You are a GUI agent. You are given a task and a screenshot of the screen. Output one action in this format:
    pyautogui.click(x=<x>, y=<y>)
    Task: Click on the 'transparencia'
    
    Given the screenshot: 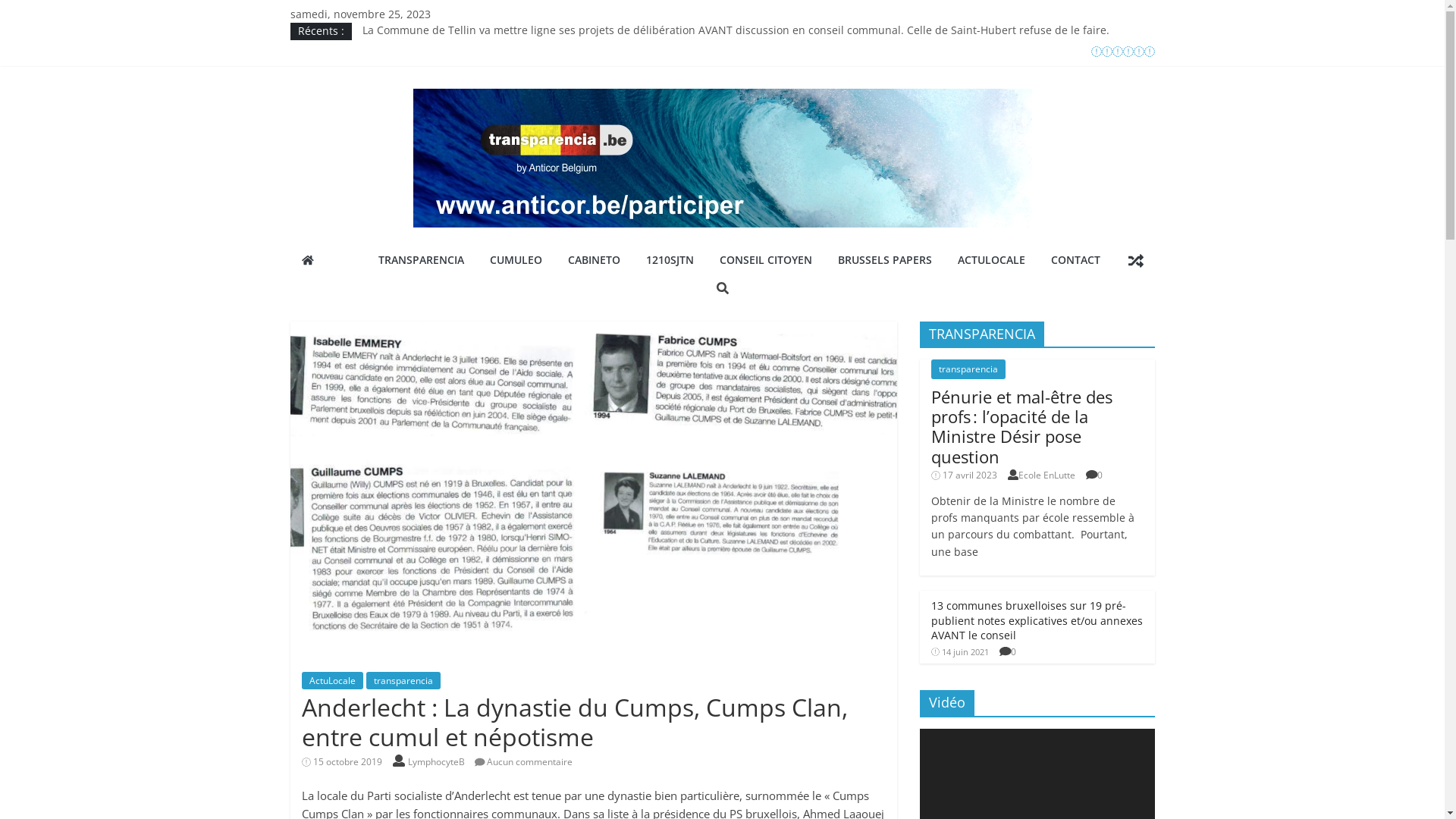 What is the action you would take?
    pyautogui.click(x=967, y=369)
    